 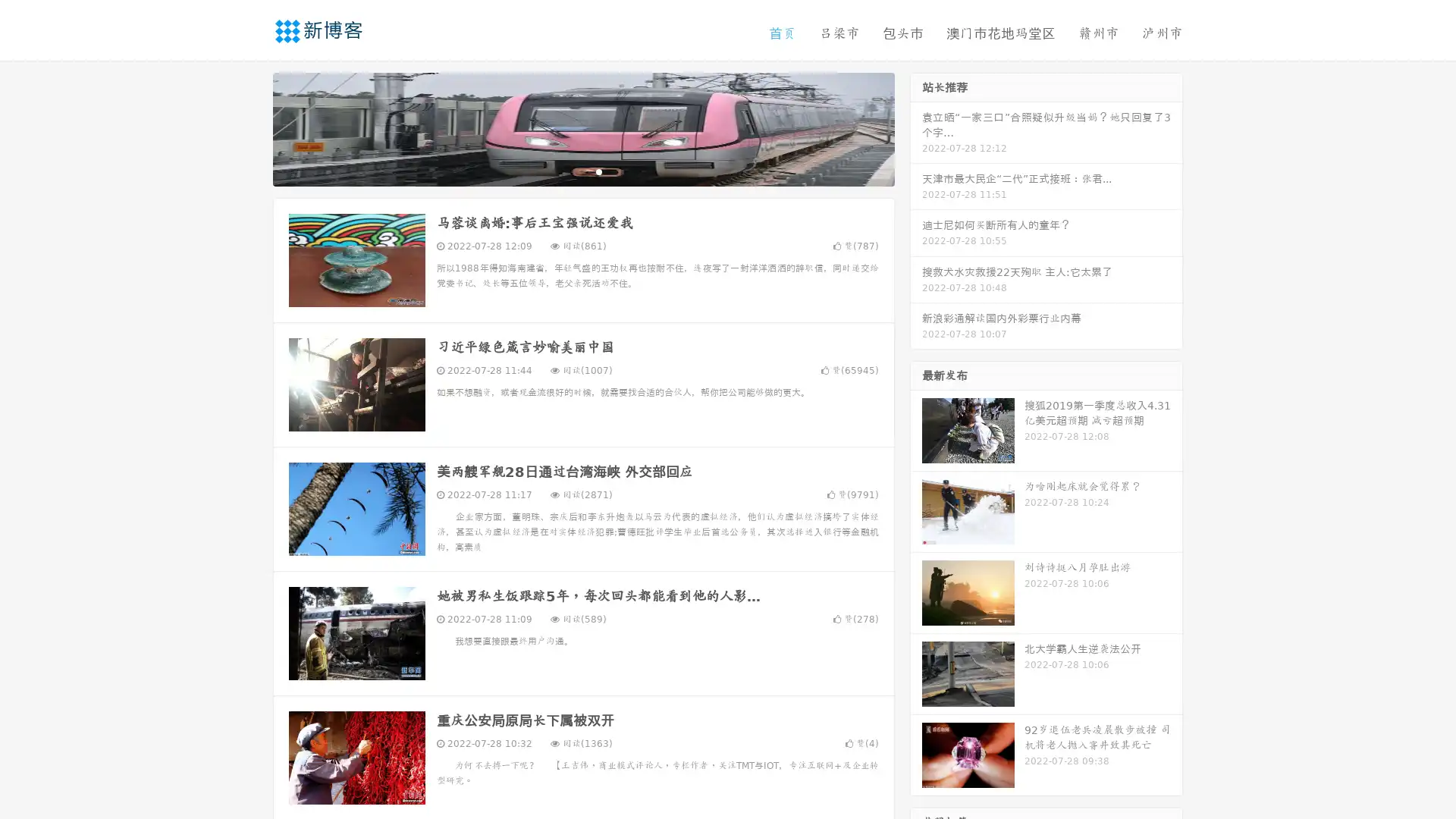 What do you see at coordinates (582, 171) in the screenshot?
I see `Go to slide 2` at bounding box center [582, 171].